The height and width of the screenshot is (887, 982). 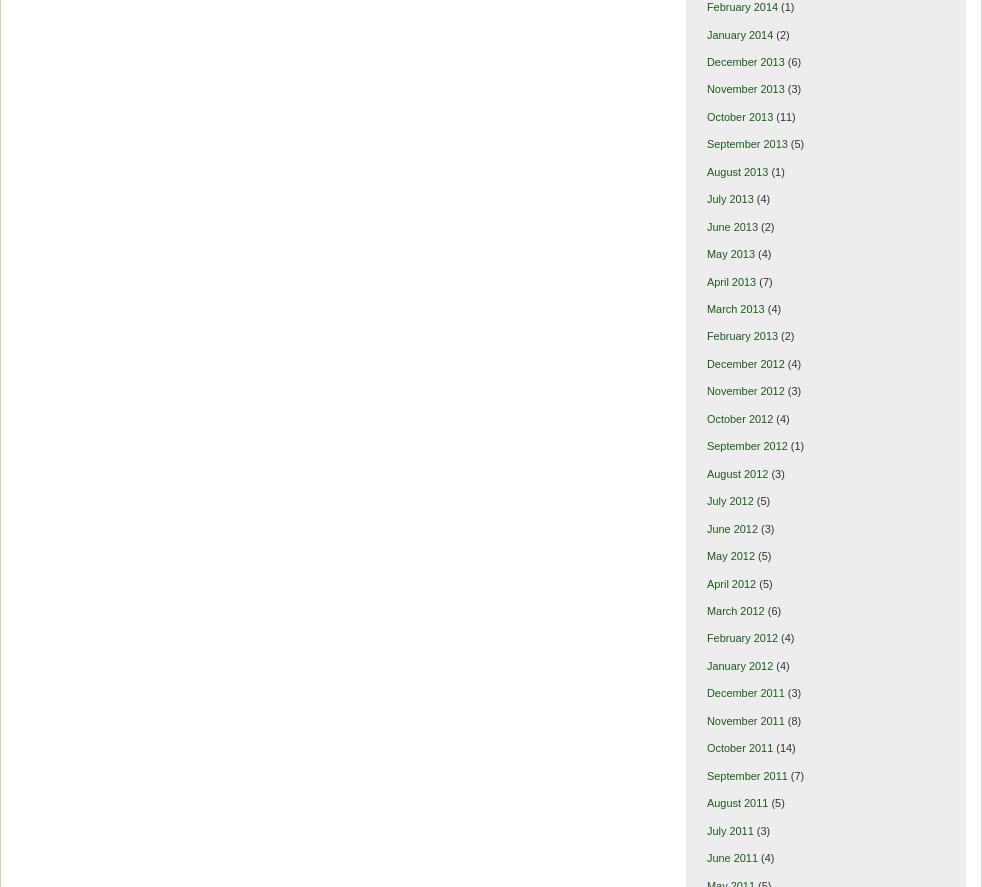 What do you see at coordinates (784, 747) in the screenshot?
I see `'(14)'` at bounding box center [784, 747].